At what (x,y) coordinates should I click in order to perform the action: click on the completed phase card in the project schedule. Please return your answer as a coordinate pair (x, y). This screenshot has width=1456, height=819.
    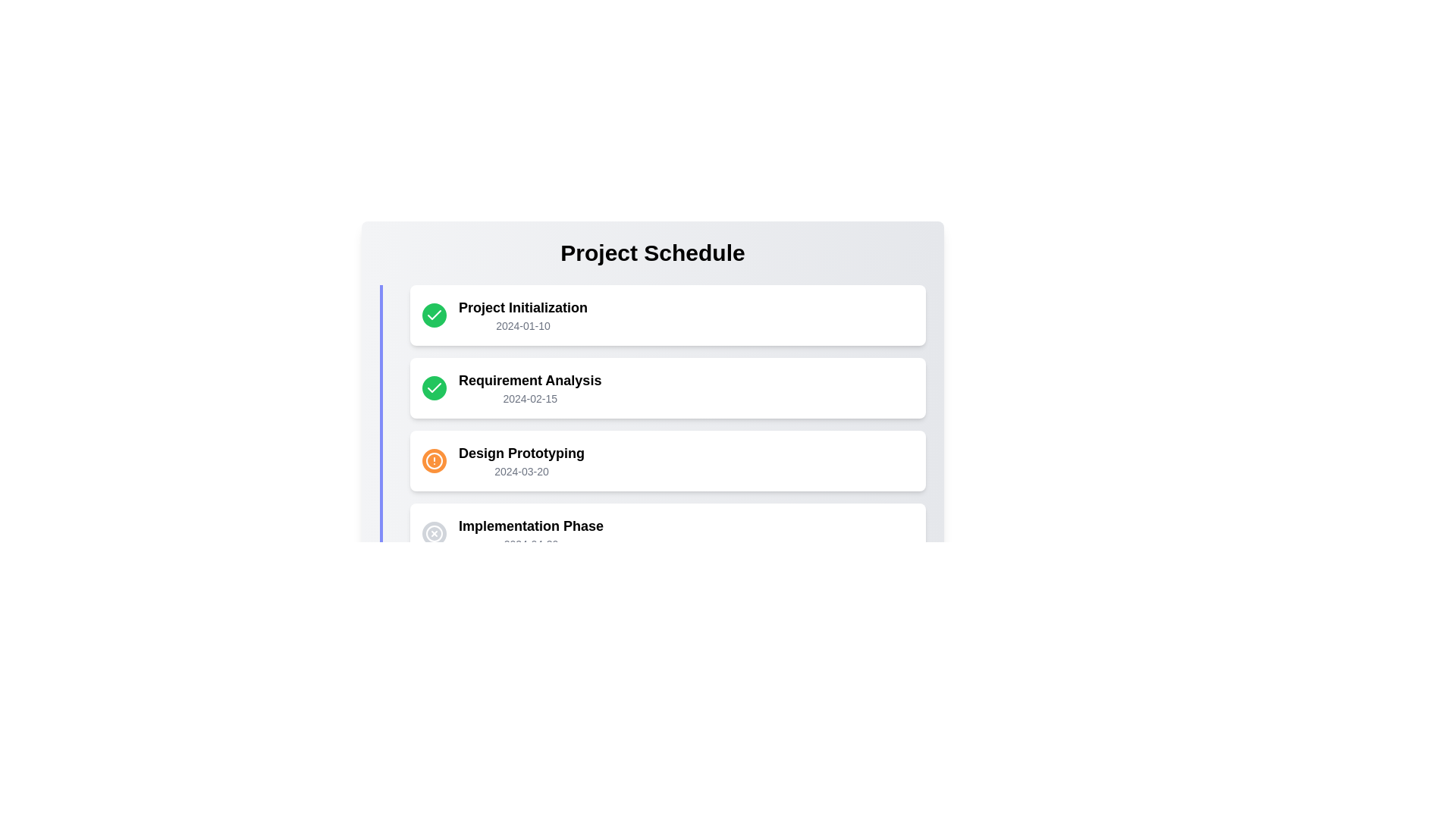
    Looking at the image, I should click on (667, 315).